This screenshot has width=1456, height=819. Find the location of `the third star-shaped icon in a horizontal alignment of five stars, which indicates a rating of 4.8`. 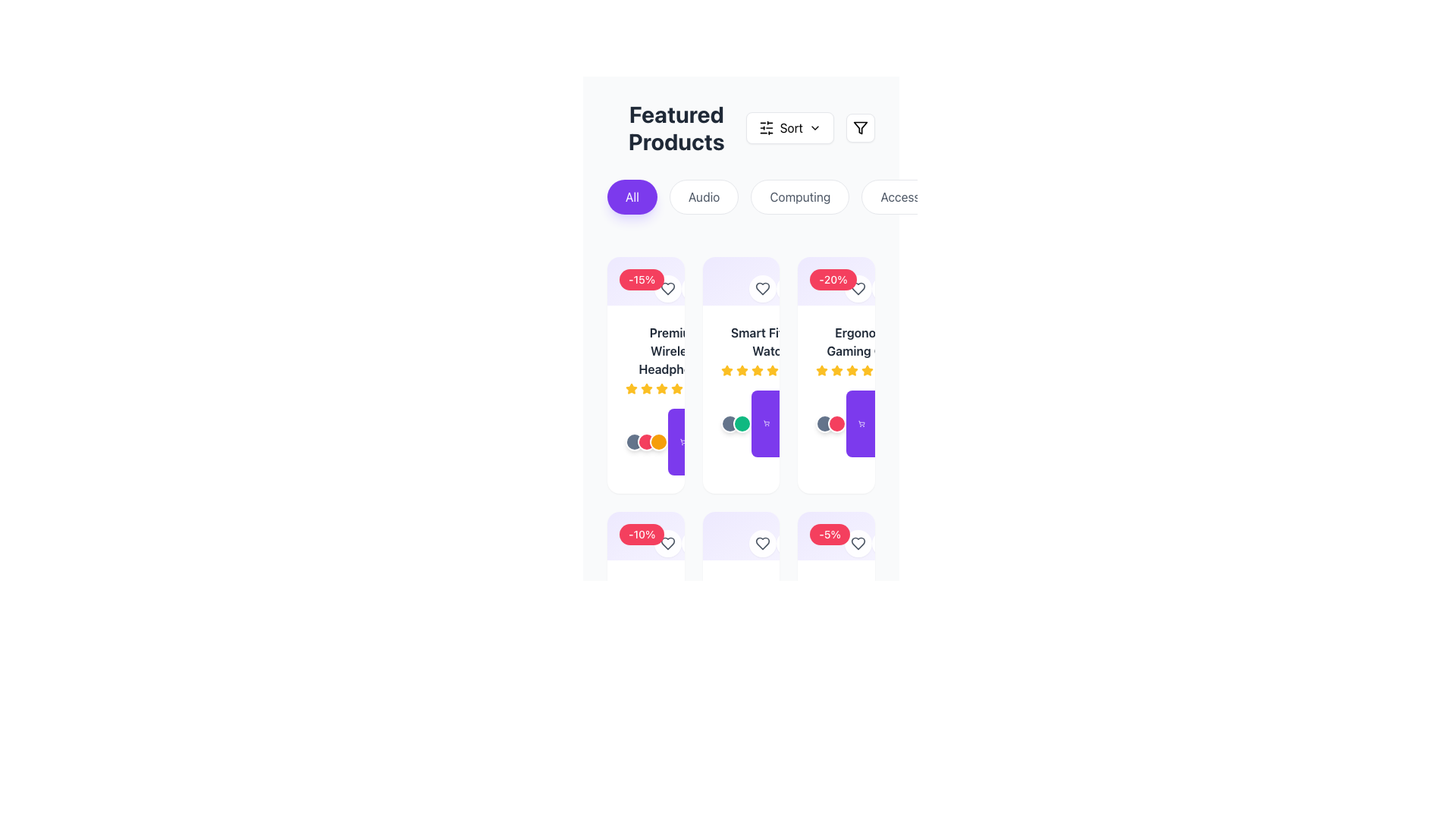

the third star-shaped icon in a horizontal alignment of five stars, which indicates a rating of 4.8 is located at coordinates (742, 371).